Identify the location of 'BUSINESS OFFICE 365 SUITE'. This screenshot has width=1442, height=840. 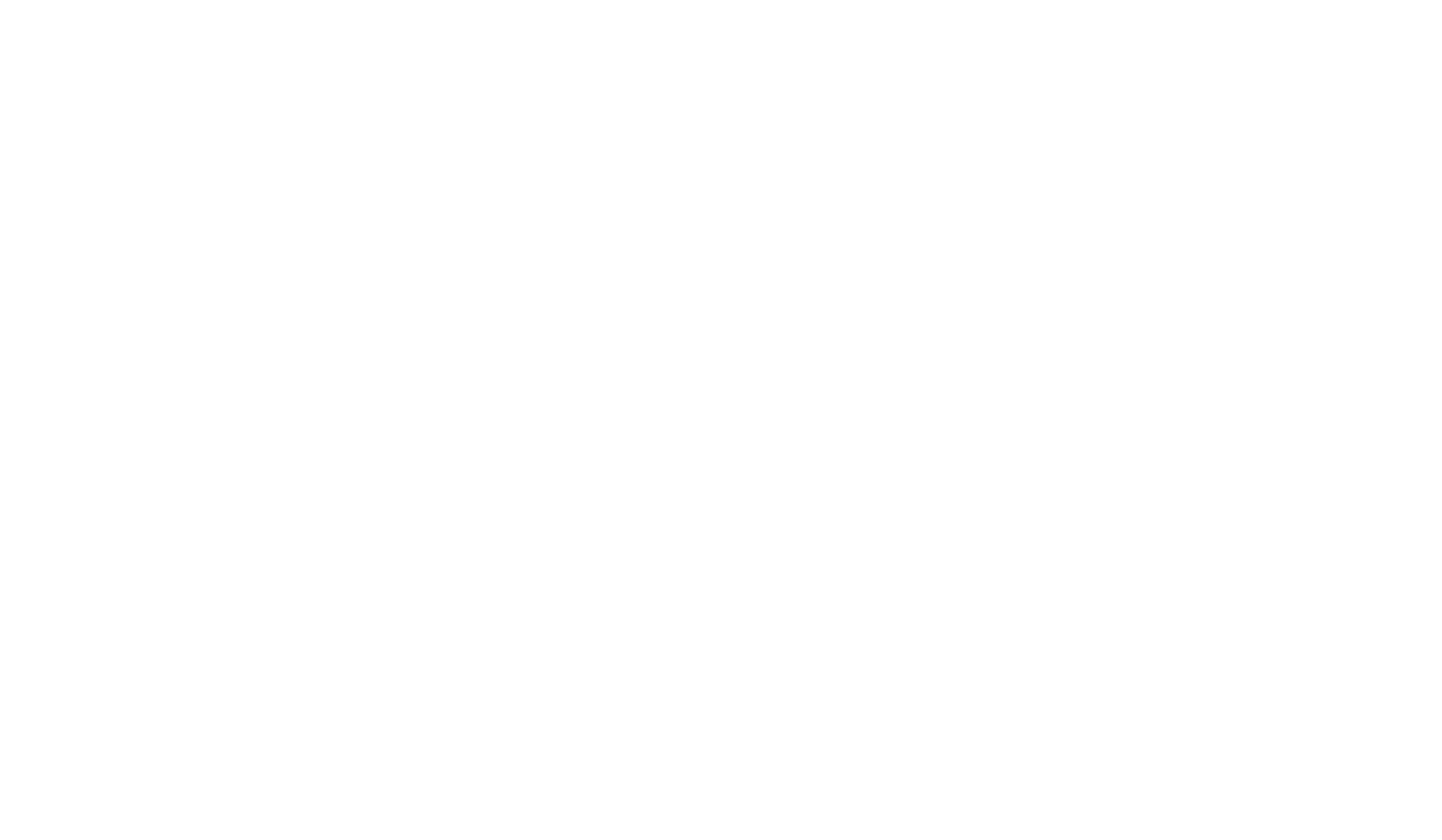
(721, 242).